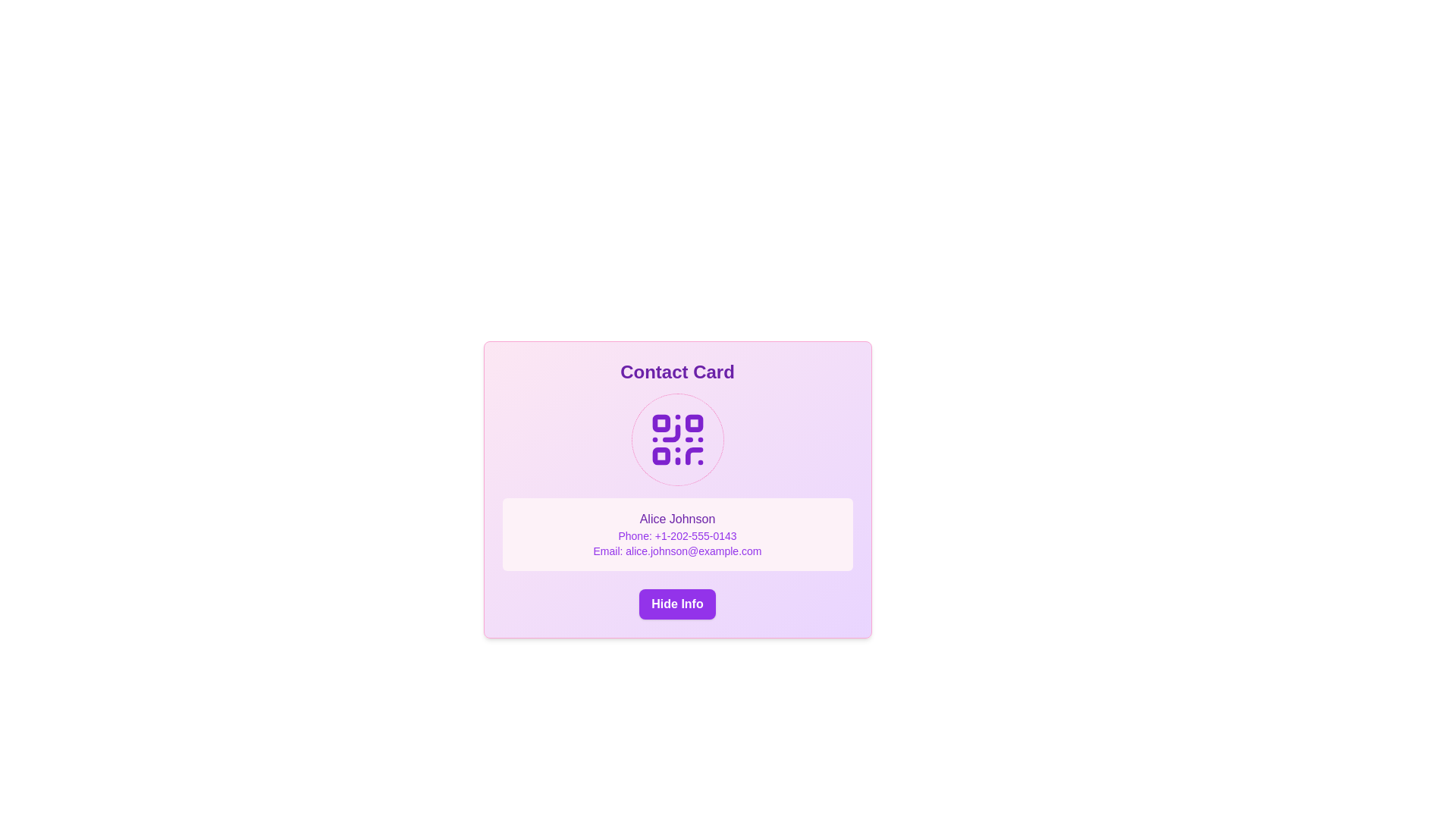 Image resolution: width=1456 pixels, height=819 pixels. I want to click on the button that toggles the visibility of the contact details for keyboard accessibility, so click(676, 604).